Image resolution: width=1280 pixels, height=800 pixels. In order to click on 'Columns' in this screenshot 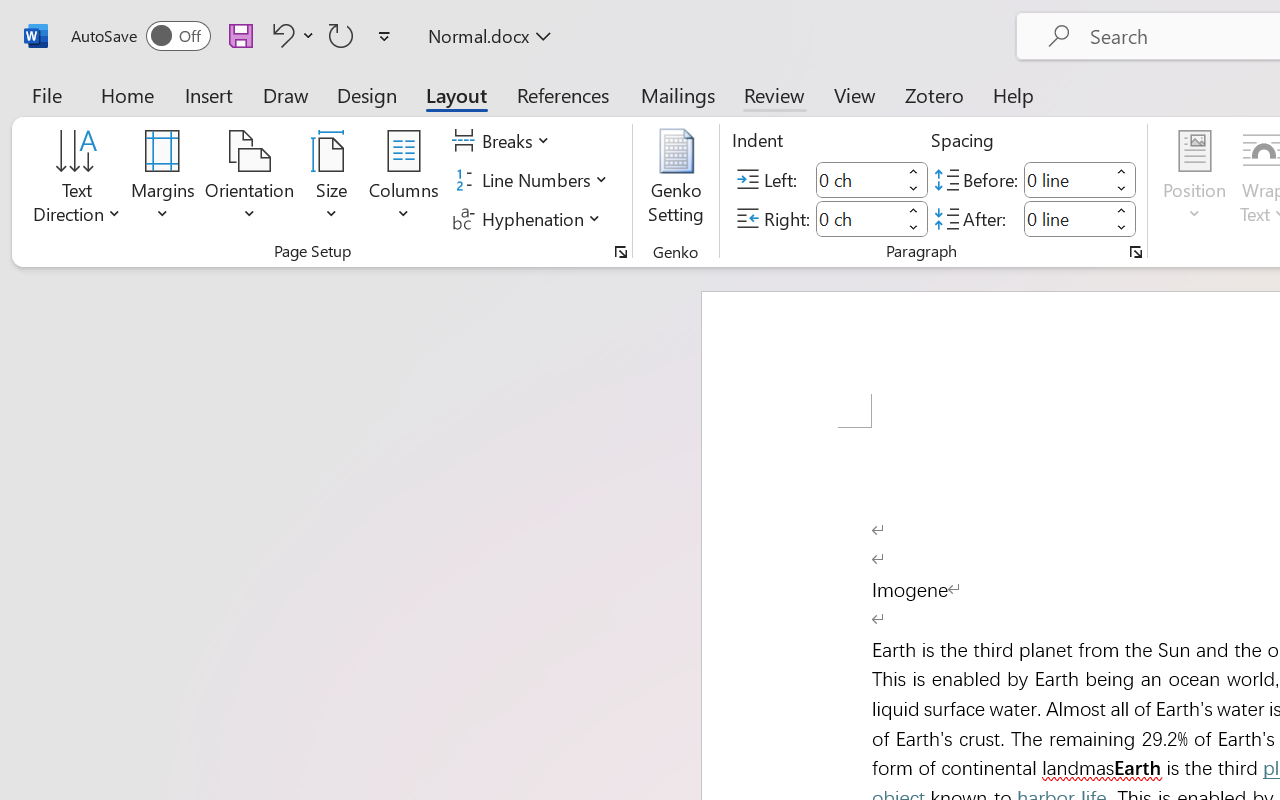, I will do `click(403, 179)`.